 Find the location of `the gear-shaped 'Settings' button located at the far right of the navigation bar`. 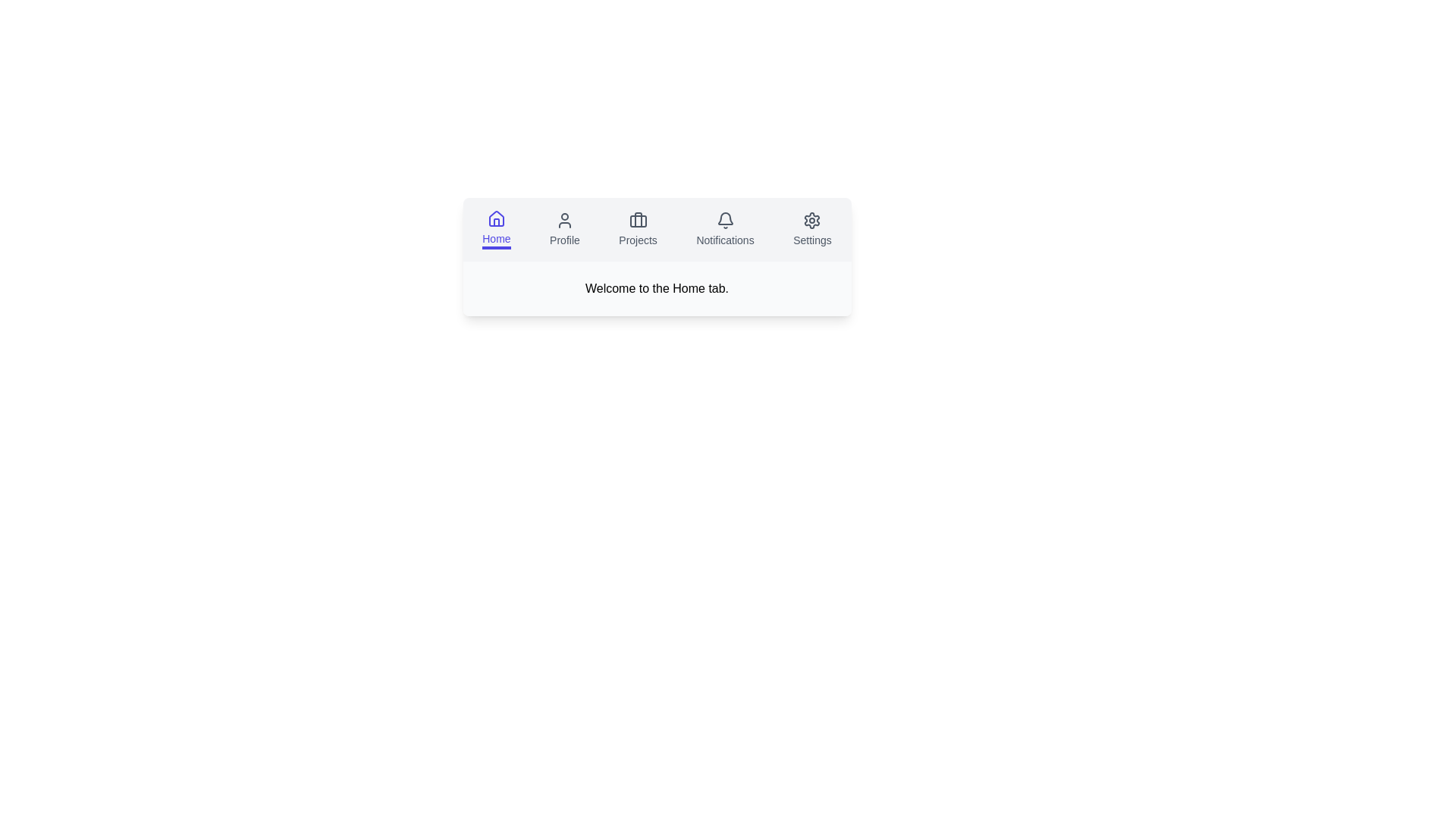

the gear-shaped 'Settings' button located at the far right of the navigation bar is located at coordinates (811, 230).